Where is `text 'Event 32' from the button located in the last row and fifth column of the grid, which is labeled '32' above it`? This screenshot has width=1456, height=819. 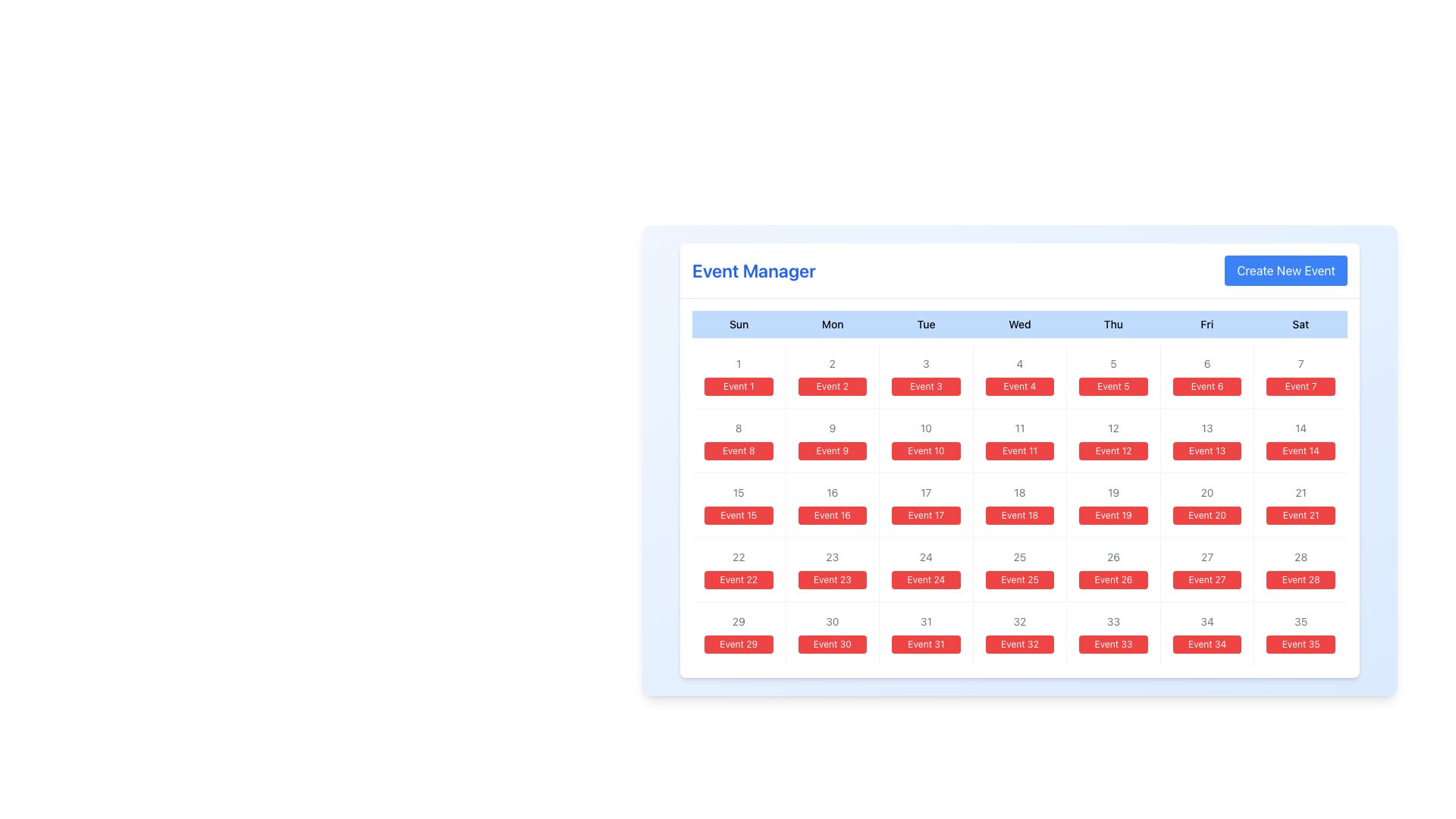
text 'Event 32' from the button located in the last row and fifth column of the grid, which is labeled '32' above it is located at coordinates (1019, 644).